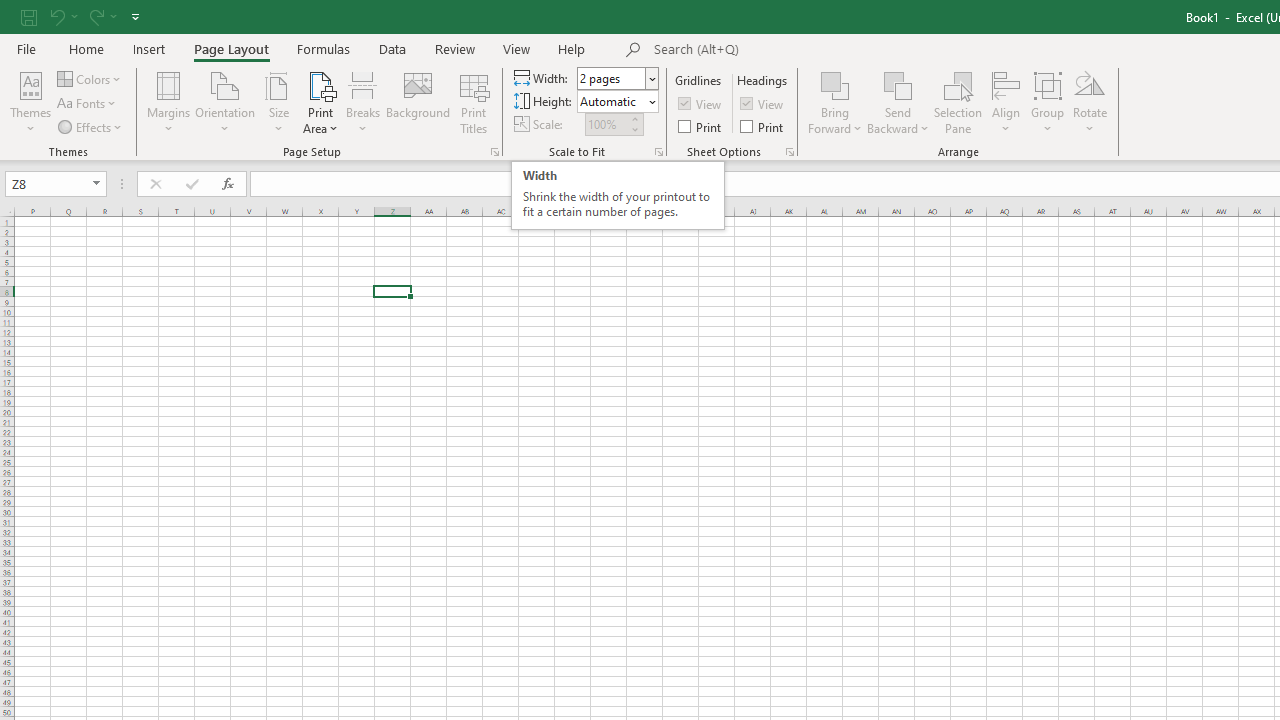 This screenshot has width=1280, height=720. Describe the element at coordinates (26, 47) in the screenshot. I see `'File Tab'` at that location.